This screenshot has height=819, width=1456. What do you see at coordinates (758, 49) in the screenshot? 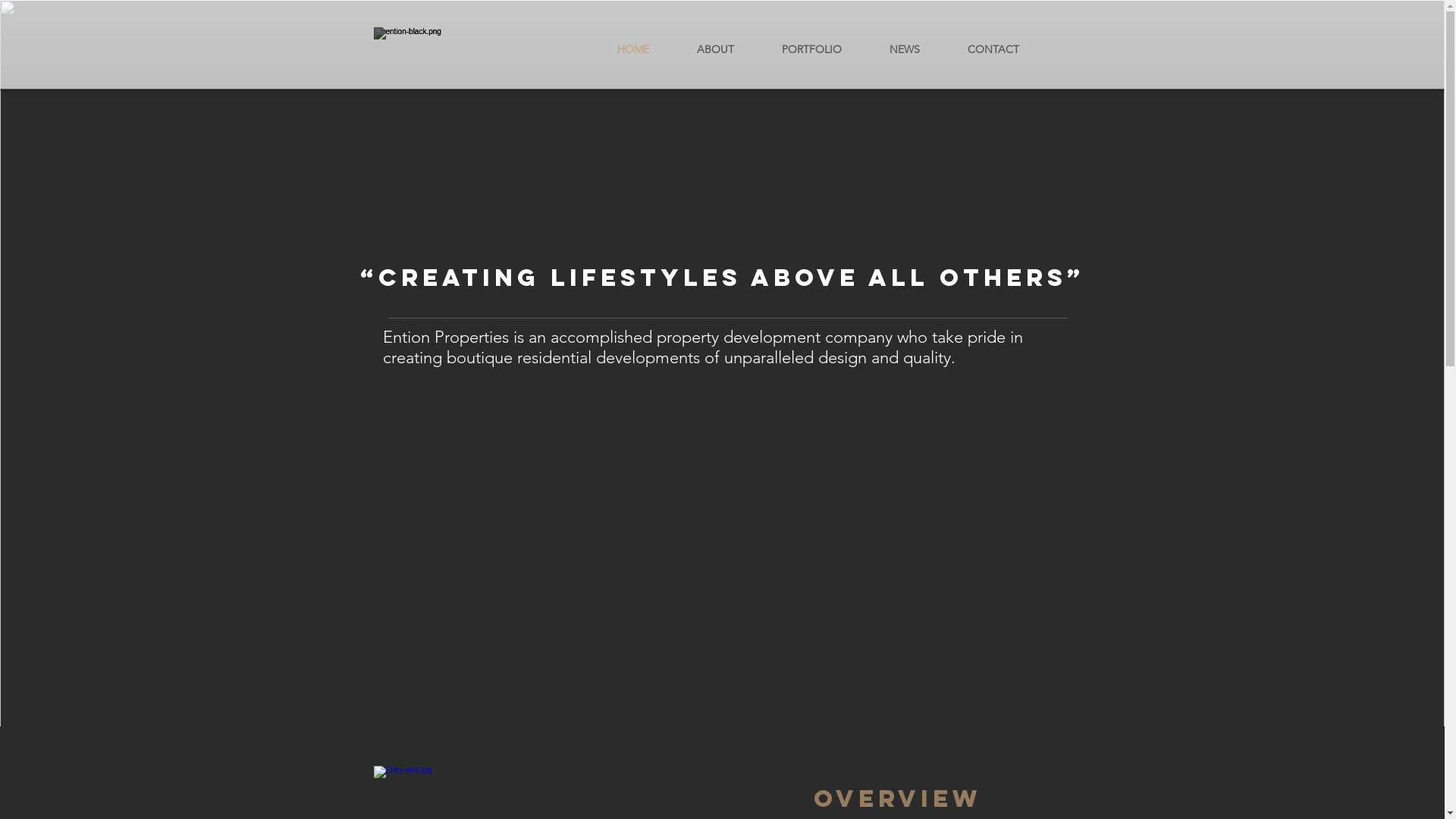
I see `'PORTFOLIO'` at bounding box center [758, 49].